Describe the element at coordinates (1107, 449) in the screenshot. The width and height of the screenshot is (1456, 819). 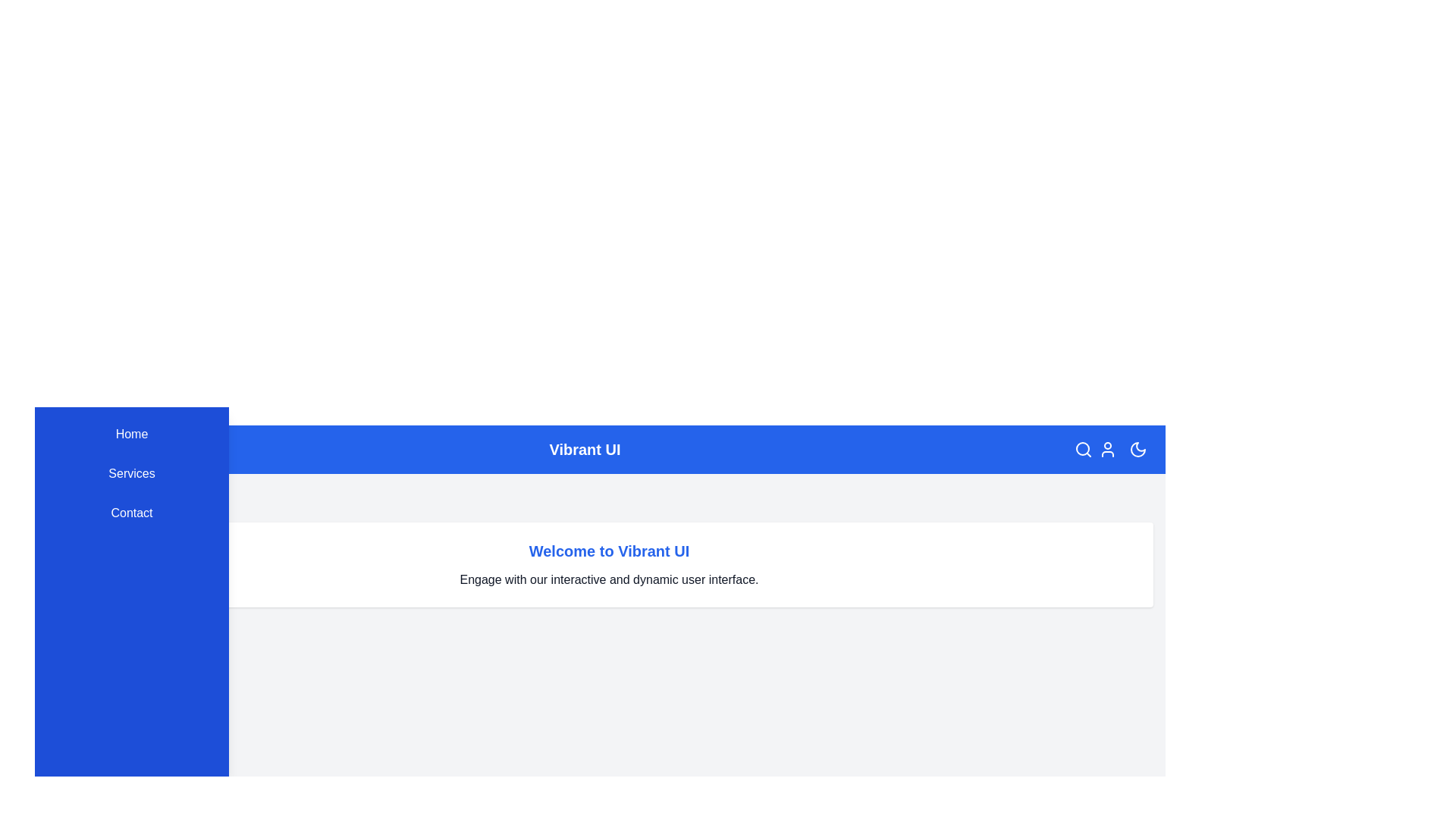
I see `the user profile icon in the top-right corner` at that location.